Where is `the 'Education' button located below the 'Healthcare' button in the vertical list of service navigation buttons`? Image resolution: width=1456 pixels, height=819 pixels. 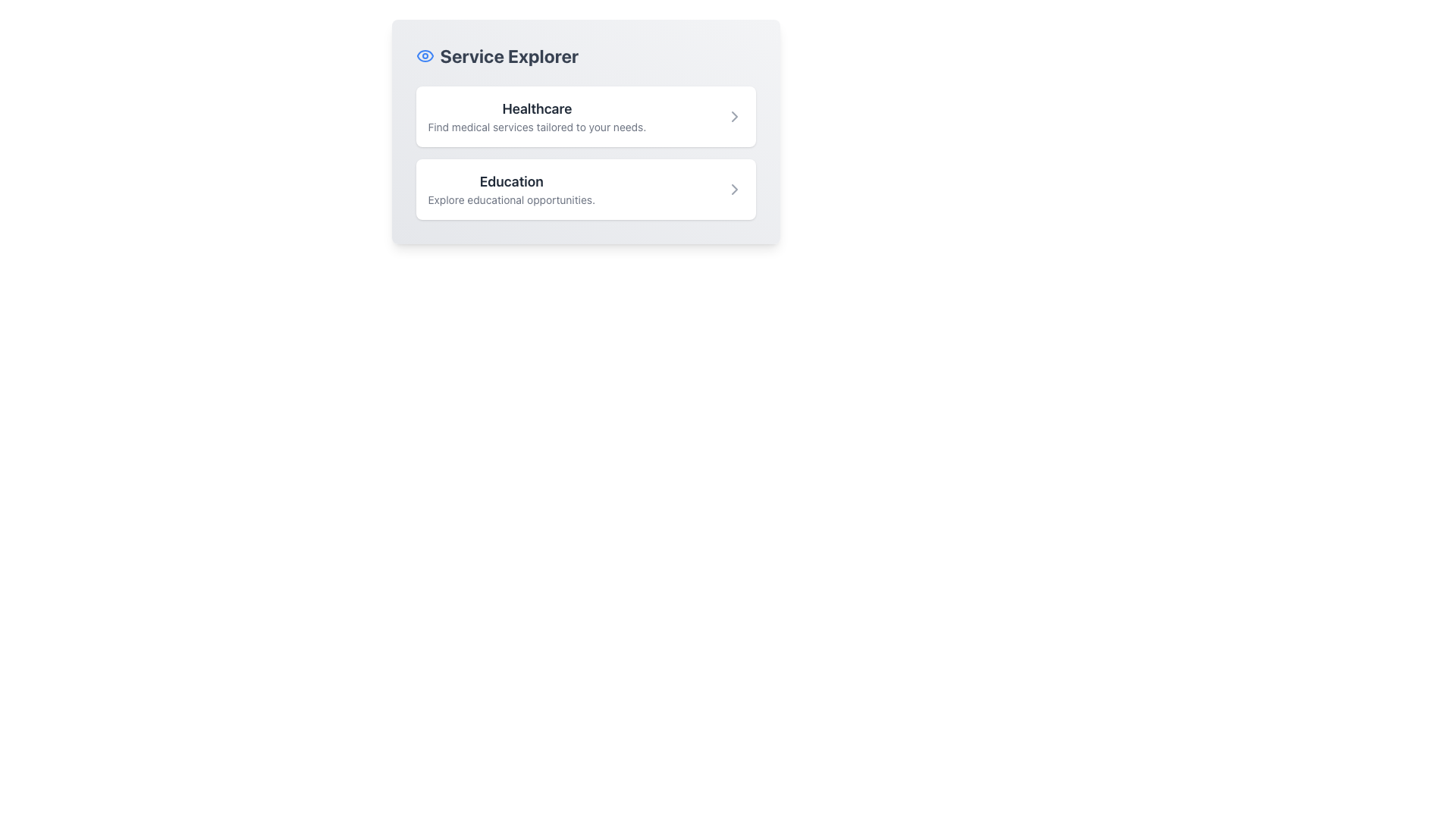
the 'Education' button located below the 'Healthcare' button in the vertical list of service navigation buttons is located at coordinates (585, 189).